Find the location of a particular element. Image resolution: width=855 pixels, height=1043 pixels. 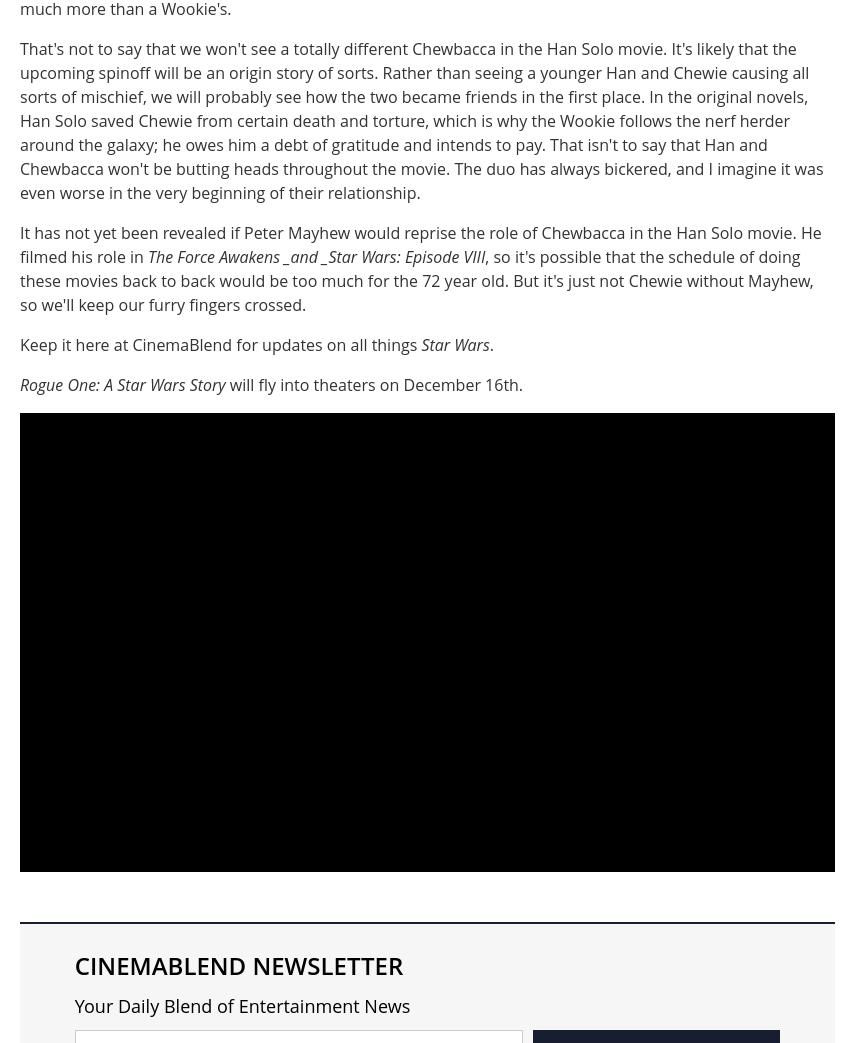

'That's not to say that we won't see a totally different Chewbacca in the Han Solo movie. It's likely that the upcoming spinoff will be an origin story of sorts. Rather than seeing a younger Han and Chewie causing all sorts of mischief, we will probably see how the two became friends in the first place. In the original novels, Han Solo saved Chewie from certain death and torture, which is why the Wookie follows the nerf herder around the galaxy; he owes him a debt of gratitude and intends to pay. That isn't to say that Han and Chewbacca won't be butting heads throughout the movie. The duo has always bickered, and I imagine it was even worse in the very beginning of their relationship.' is located at coordinates (421, 120).